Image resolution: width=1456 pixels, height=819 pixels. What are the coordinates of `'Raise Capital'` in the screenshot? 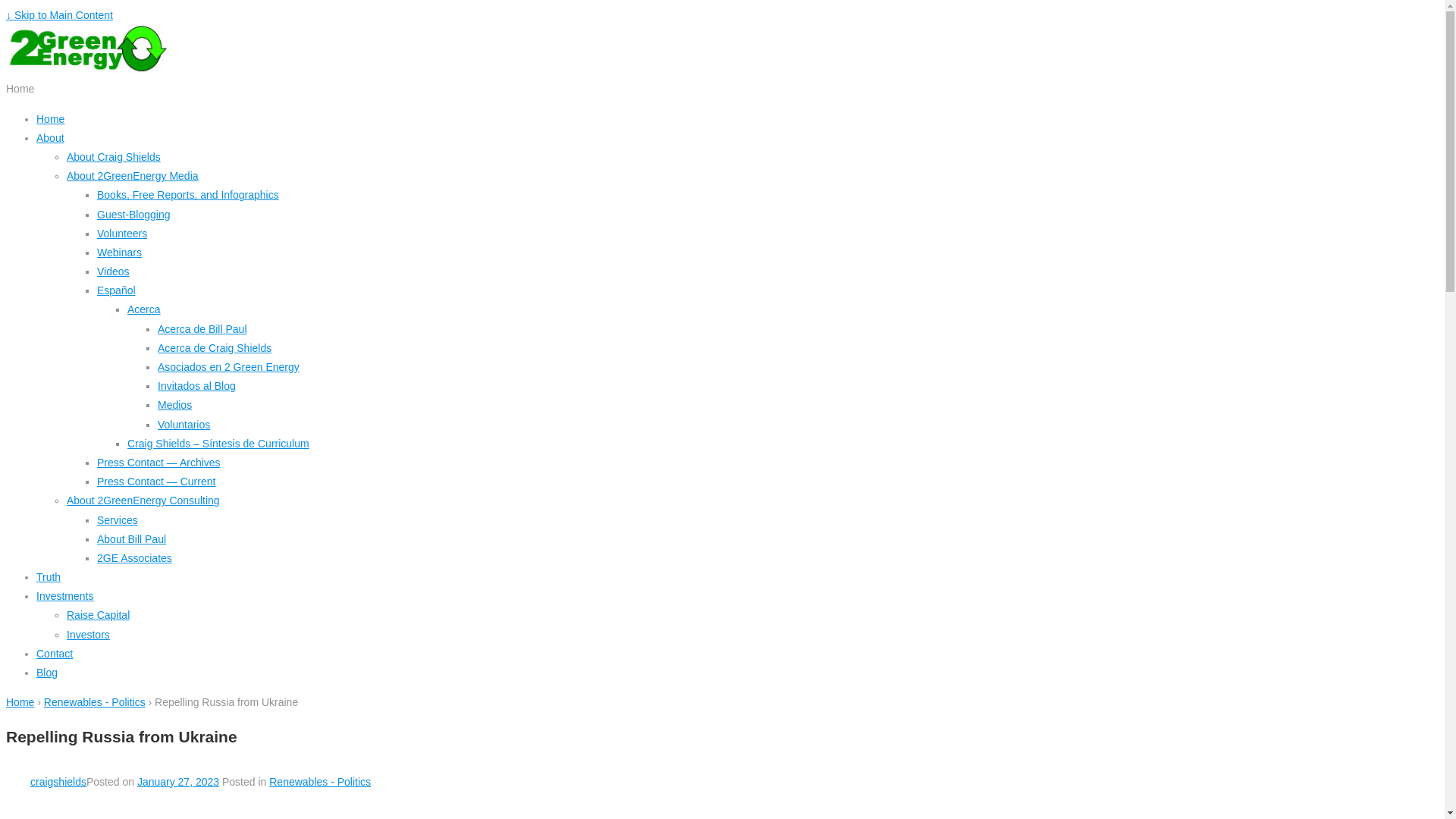 It's located at (97, 614).